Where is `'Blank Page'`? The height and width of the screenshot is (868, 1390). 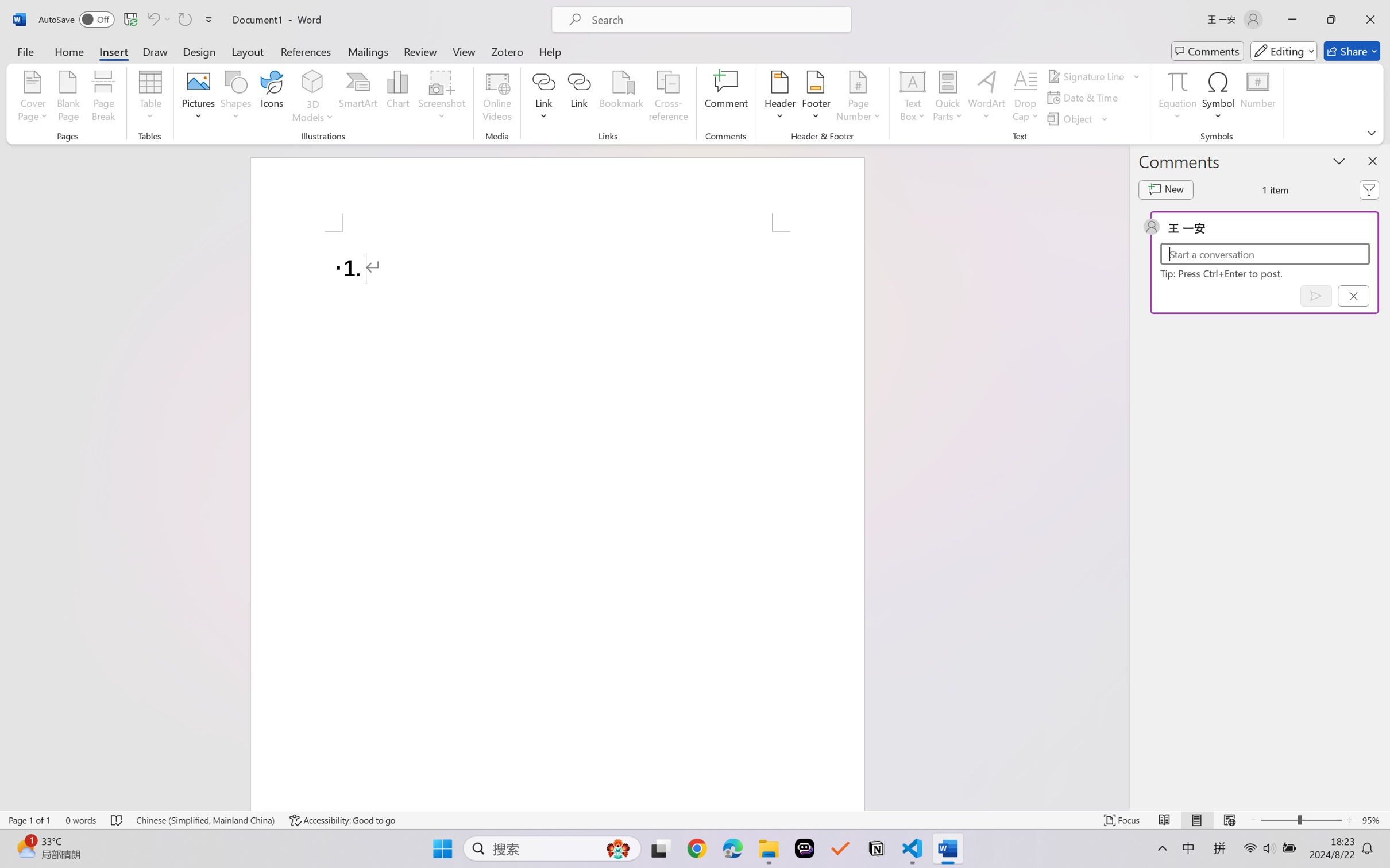
'Blank Page' is located at coordinates (67, 98).